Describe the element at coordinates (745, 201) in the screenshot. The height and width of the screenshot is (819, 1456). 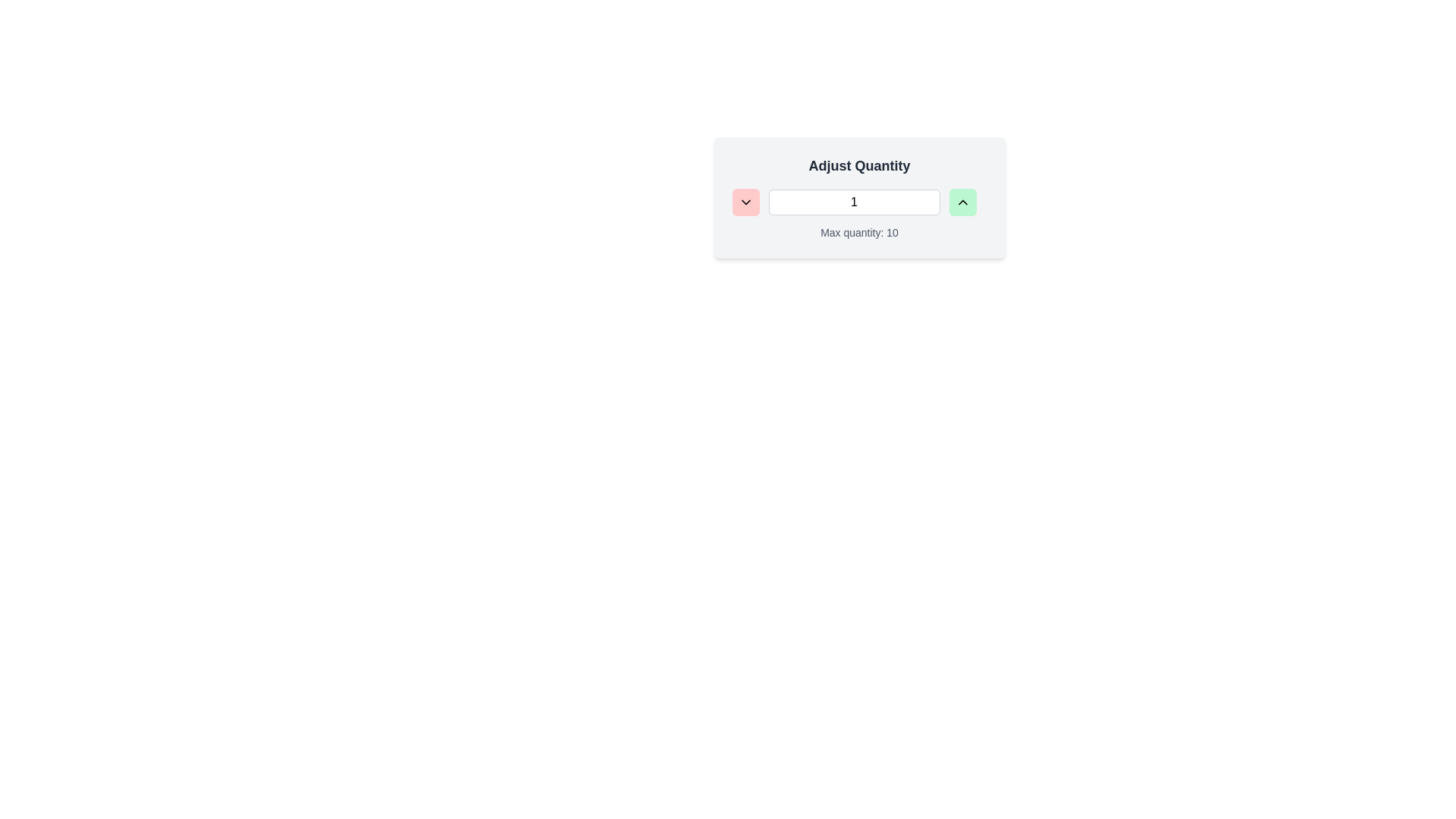
I see `the leftmost button in the 'Adjust Quantity' section to decrease the quantity displayed in the adjacent text input field` at that location.